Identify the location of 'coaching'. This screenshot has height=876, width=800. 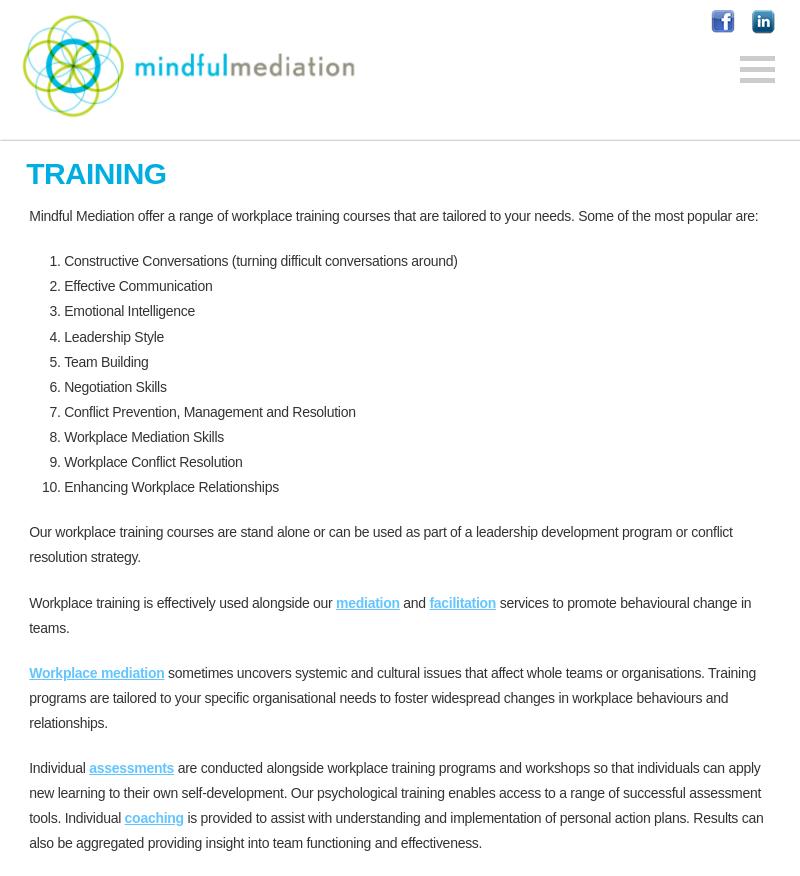
(153, 817).